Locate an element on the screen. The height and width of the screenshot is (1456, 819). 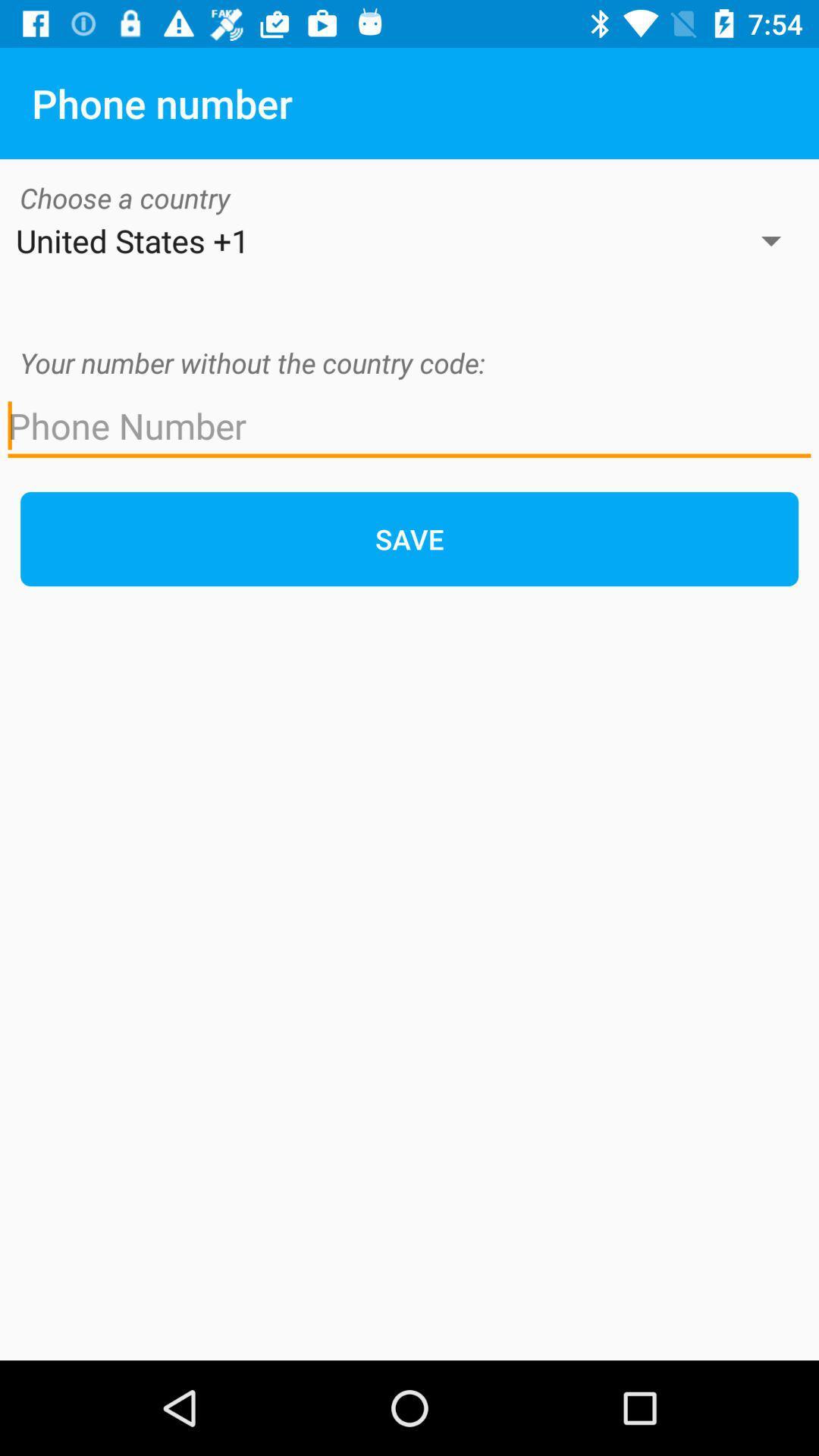
type your phone number is located at coordinates (409, 425).